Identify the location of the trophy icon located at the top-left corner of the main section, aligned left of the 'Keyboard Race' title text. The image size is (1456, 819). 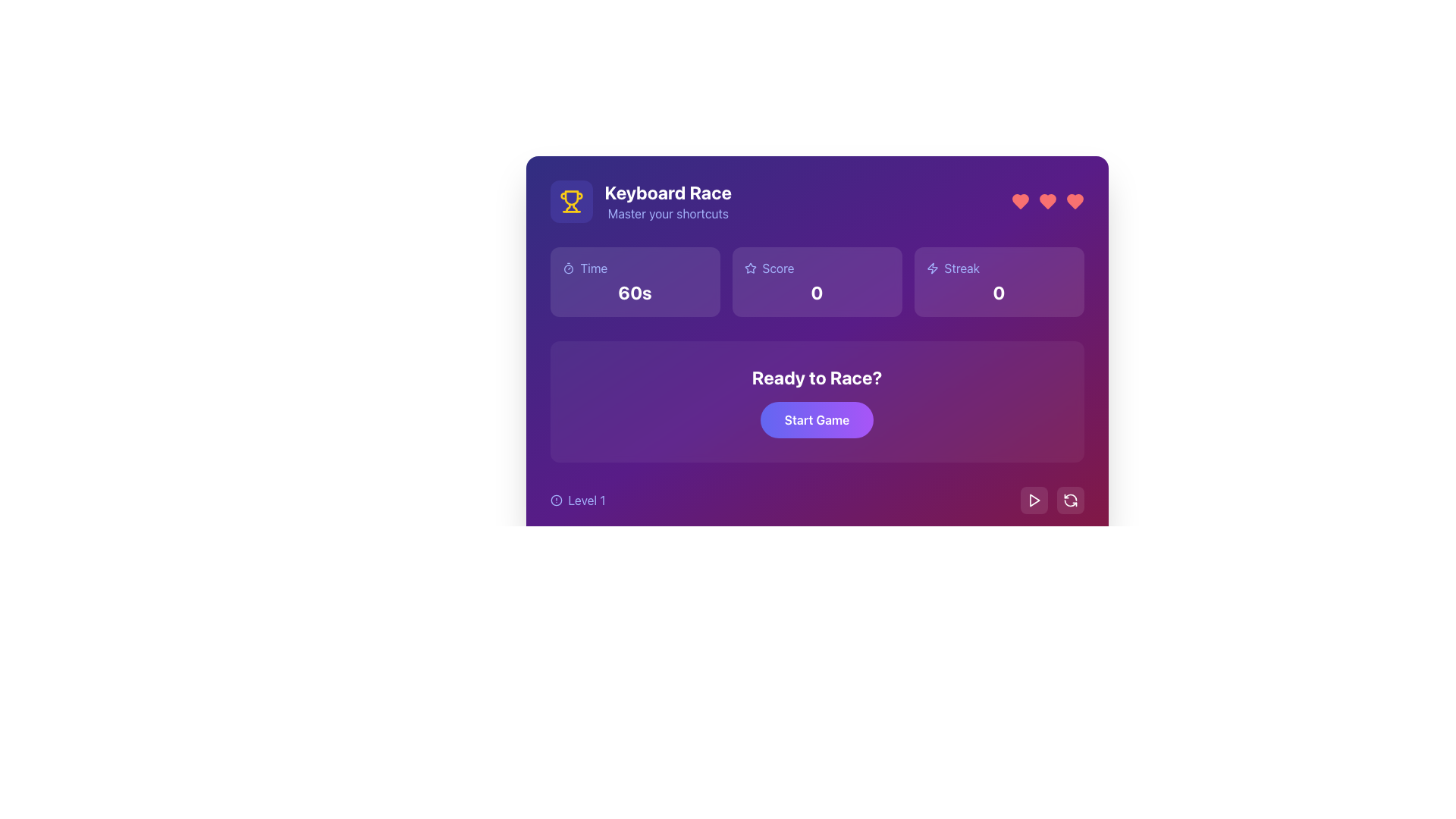
(570, 201).